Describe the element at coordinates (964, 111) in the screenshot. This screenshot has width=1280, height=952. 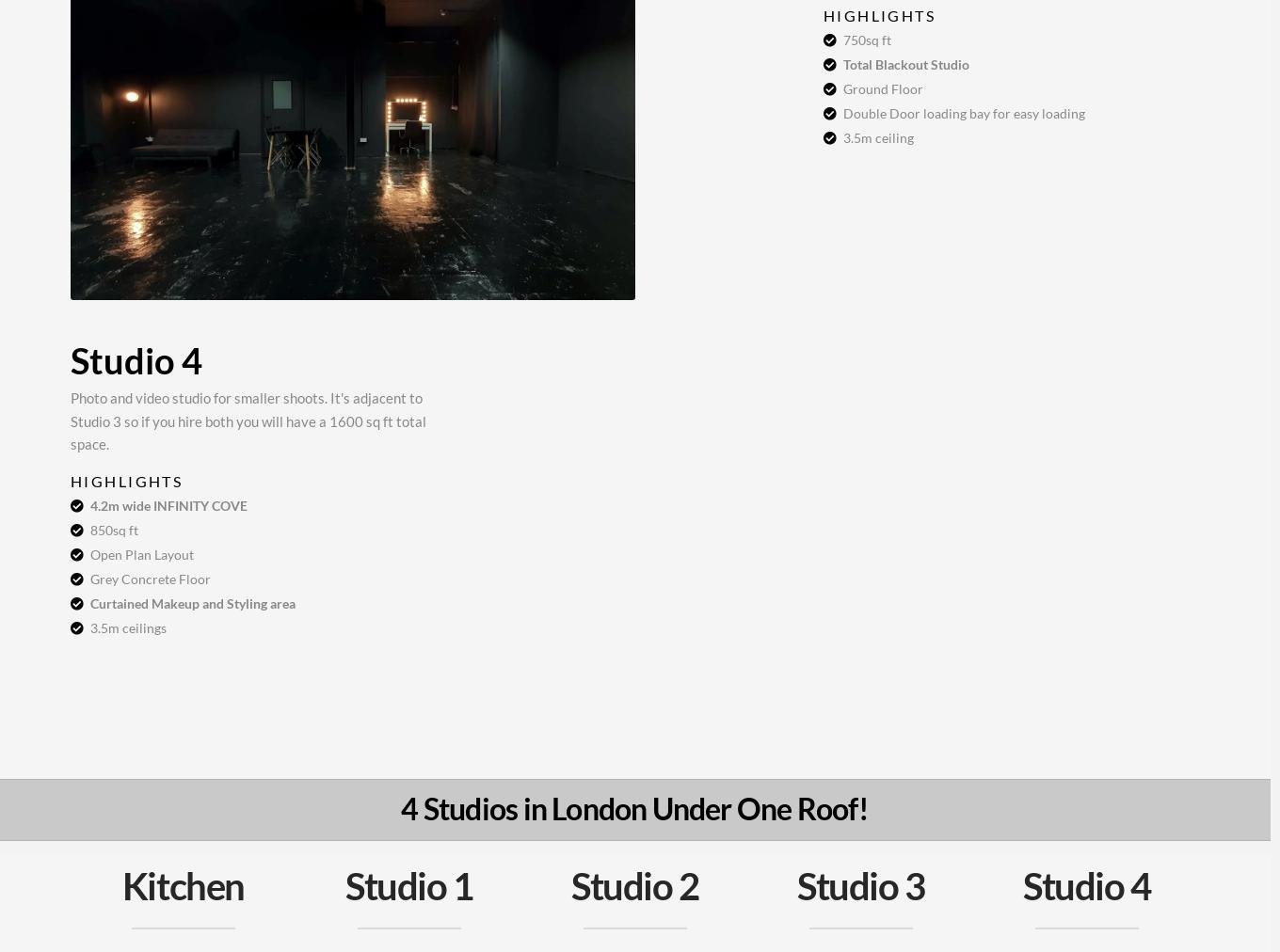
I see `'Double Door loading bay for easy loading'` at that location.